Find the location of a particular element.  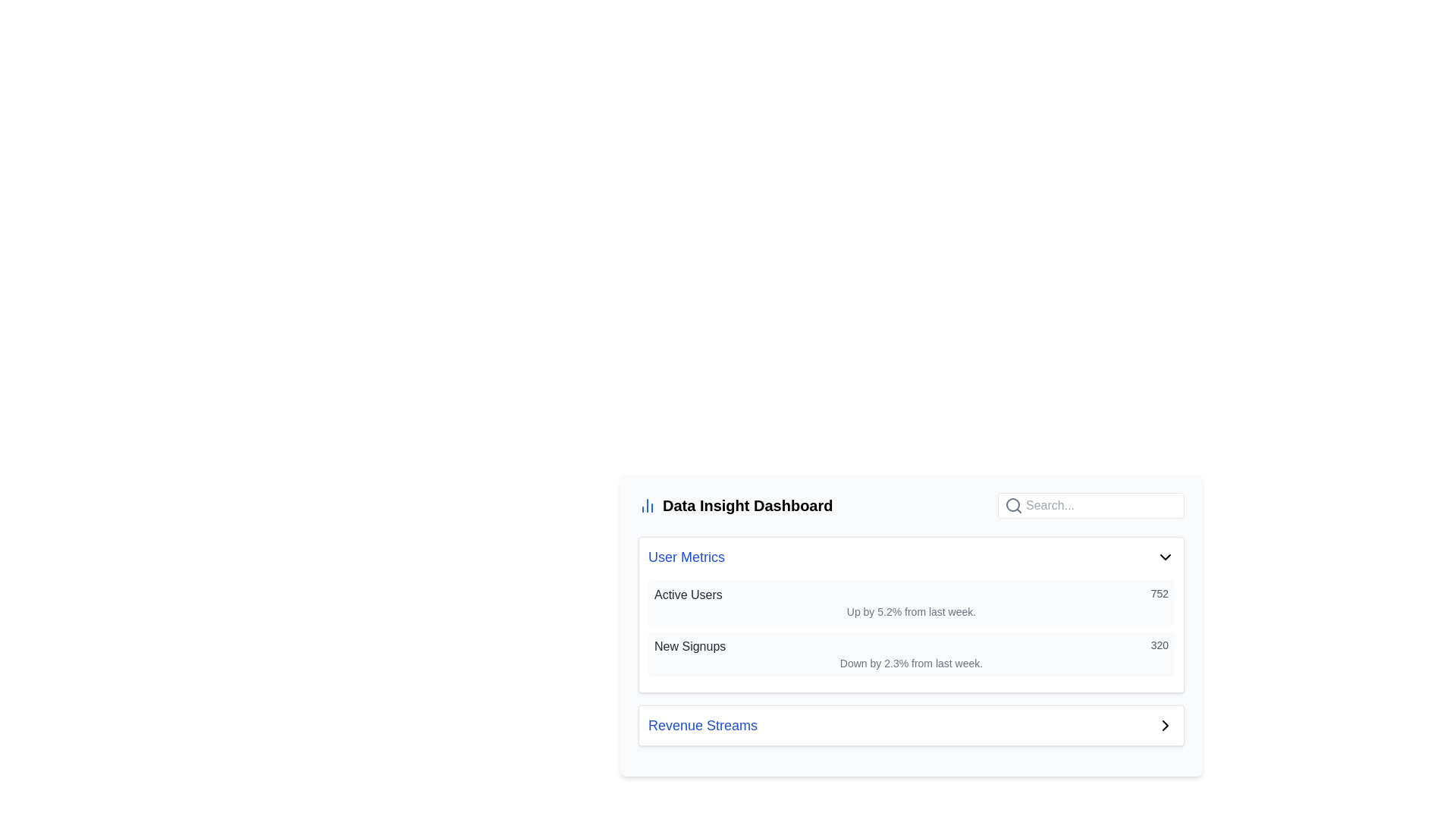

the text segment displaying 'Up by 5.2% from last week.' located within the 'Active Users' module, below the number '752' on the dashboard is located at coordinates (910, 610).